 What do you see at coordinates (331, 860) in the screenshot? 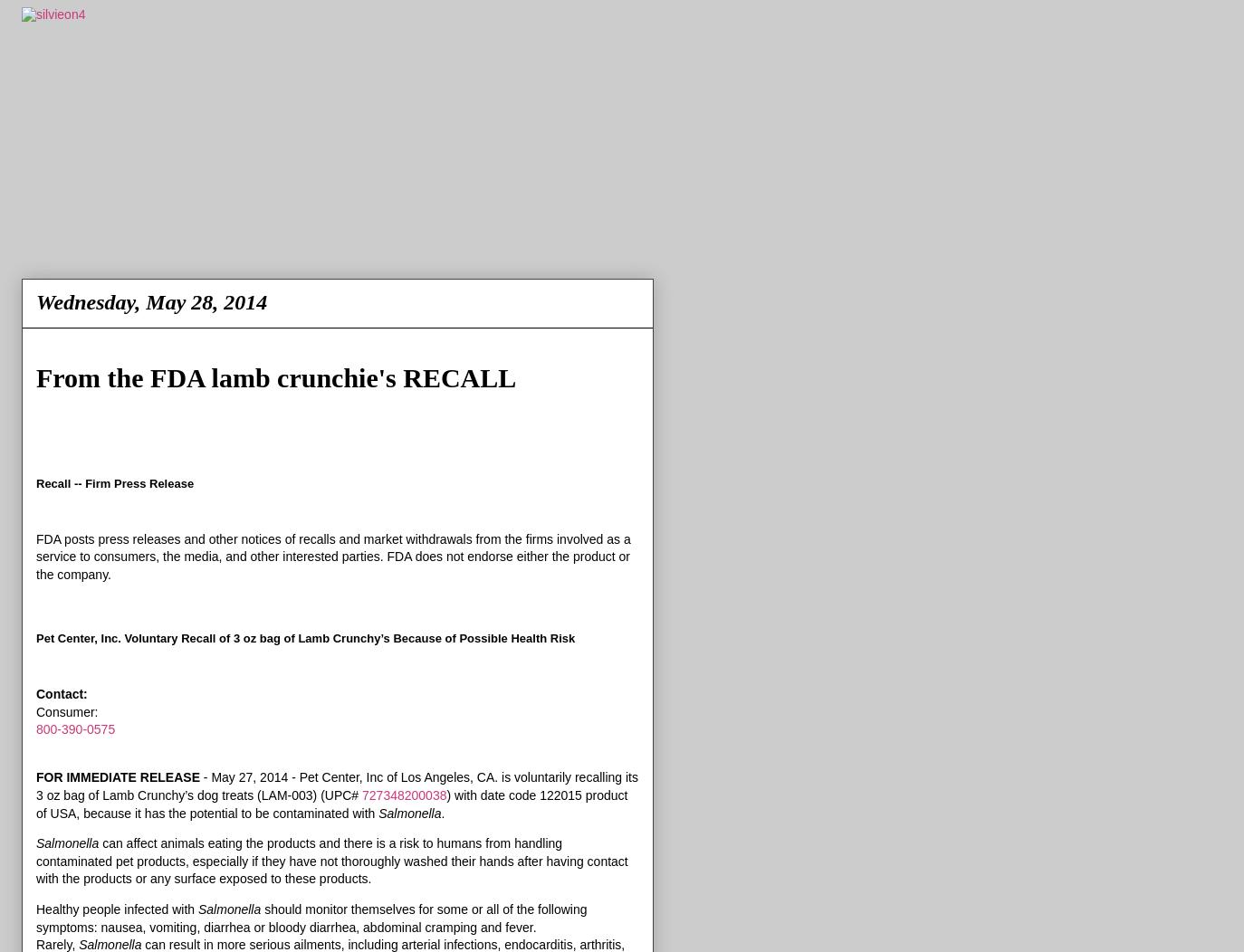
I see `'can affect animals eating the products and there is a risk to humans from handling contaminated pet products, especially if they have not thoroughly washed their hands after having contact with the products or any surface exposed to these products.'` at bounding box center [331, 860].